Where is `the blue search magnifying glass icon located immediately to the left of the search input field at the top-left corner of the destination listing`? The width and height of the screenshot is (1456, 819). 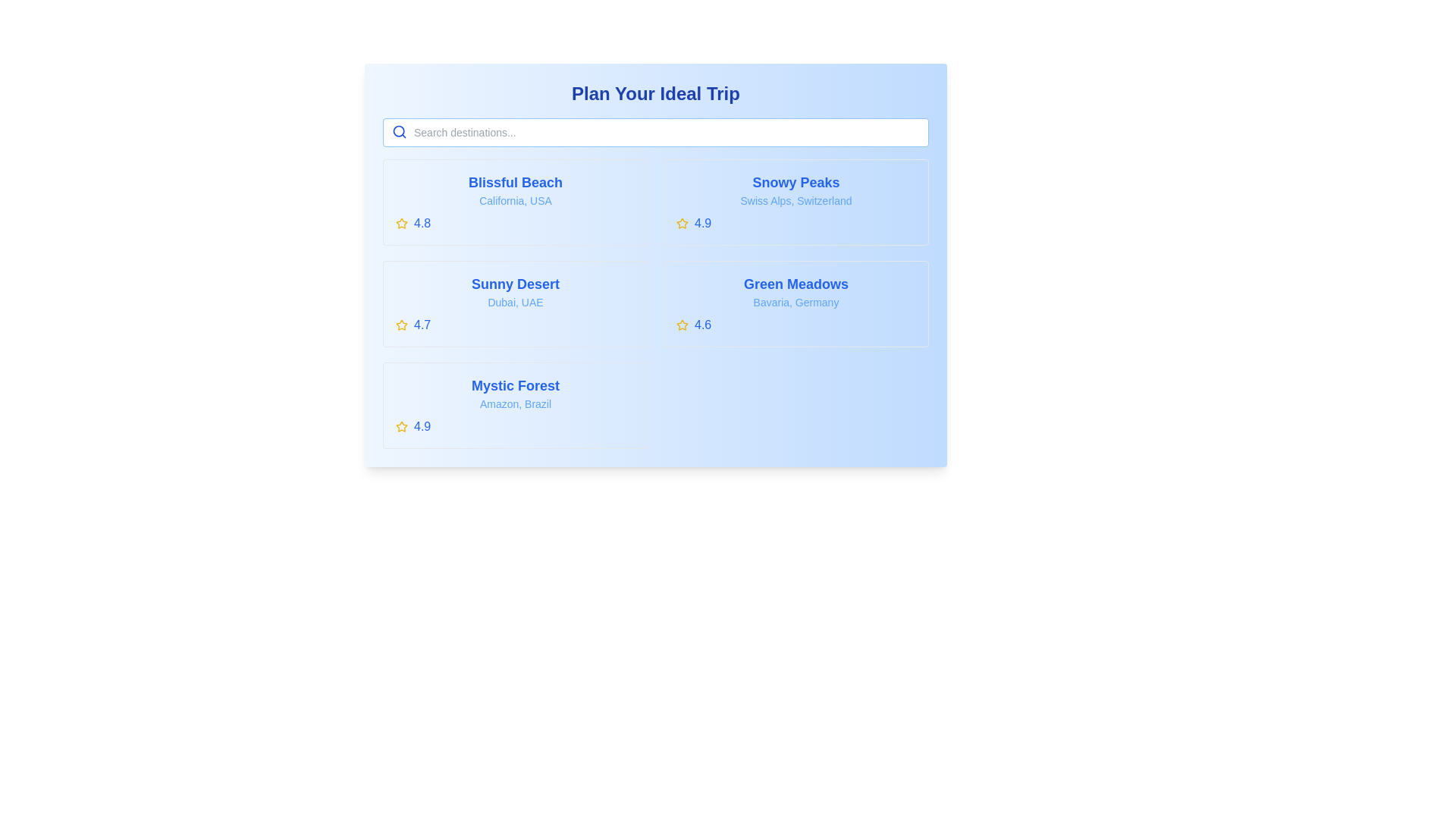 the blue search magnifying glass icon located immediately to the left of the search input field at the top-left corner of the destination listing is located at coordinates (400, 130).